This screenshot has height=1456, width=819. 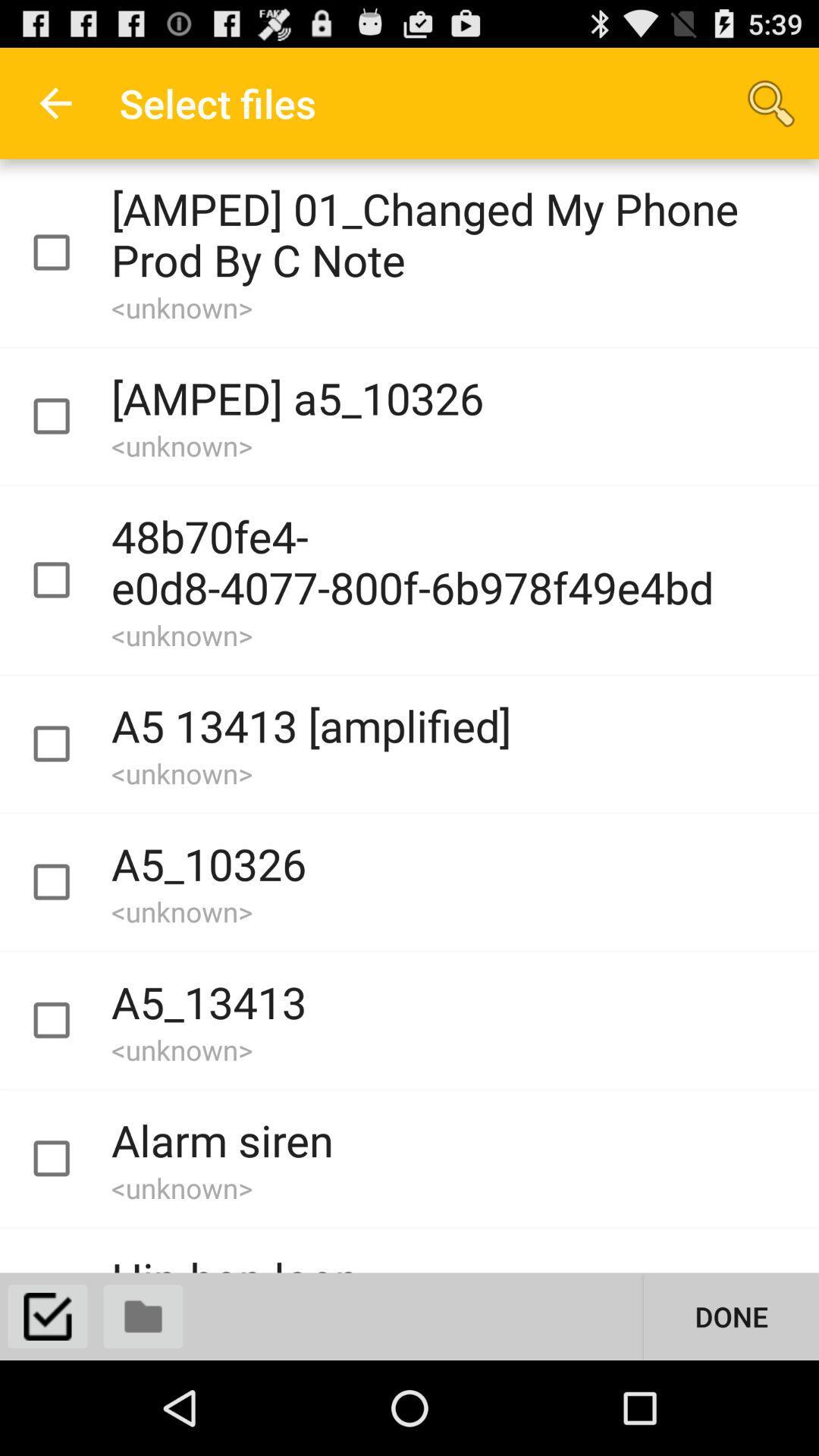 What do you see at coordinates (143, 1316) in the screenshot?
I see `displays folders` at bounding box center [143, 1316].